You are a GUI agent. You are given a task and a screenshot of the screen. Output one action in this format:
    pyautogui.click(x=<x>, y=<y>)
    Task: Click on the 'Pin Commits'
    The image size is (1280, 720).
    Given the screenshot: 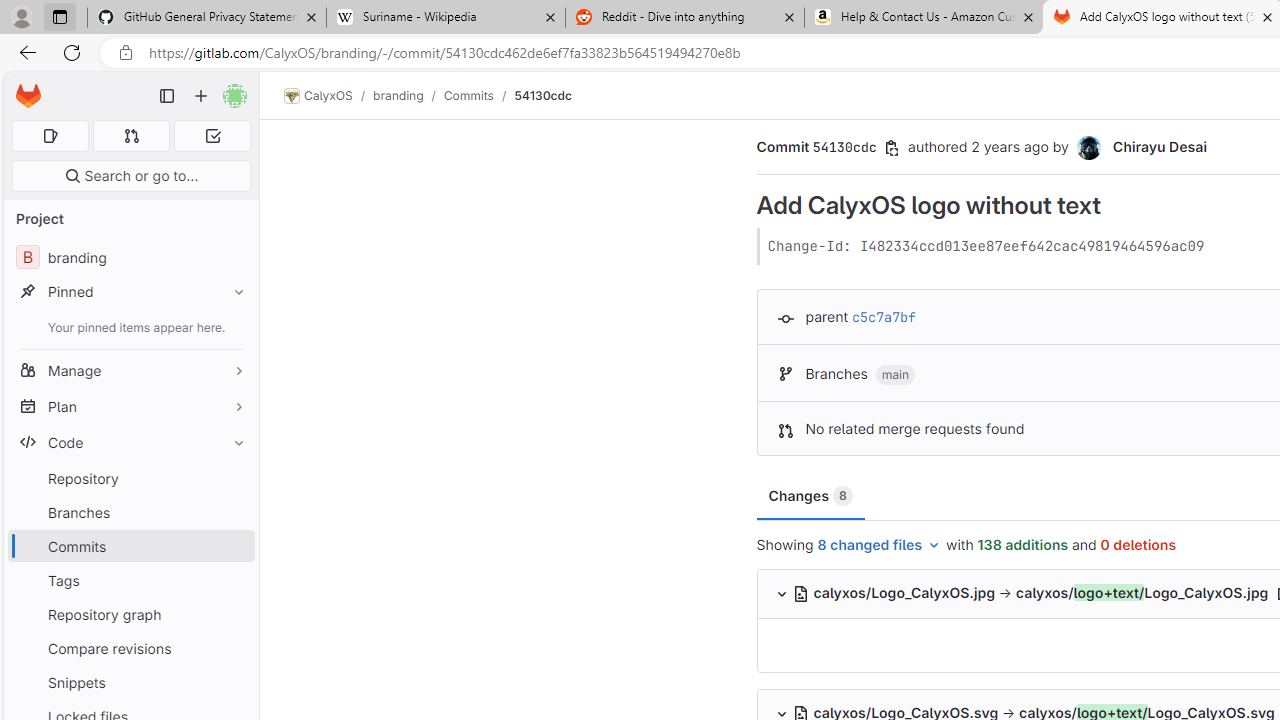 What is the action you would take?
    pyautogui.click(x=234, y=546)
    